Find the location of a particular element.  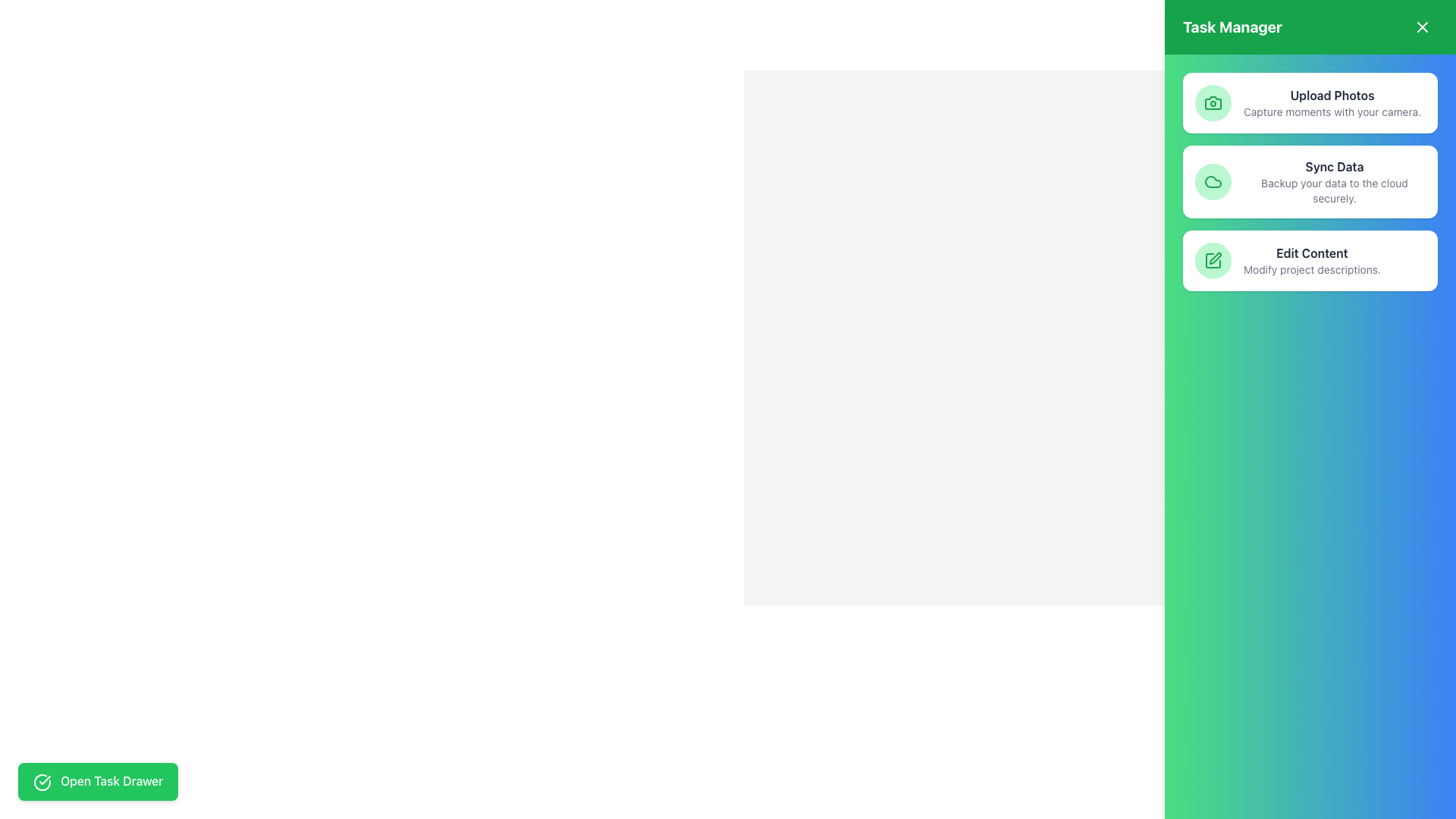

text label displaying the phrase 'Backup your data to the cloud securely.' which is positioned below the 'Sync Data' heading in the sidebar is located at coordinates (1335, 190).